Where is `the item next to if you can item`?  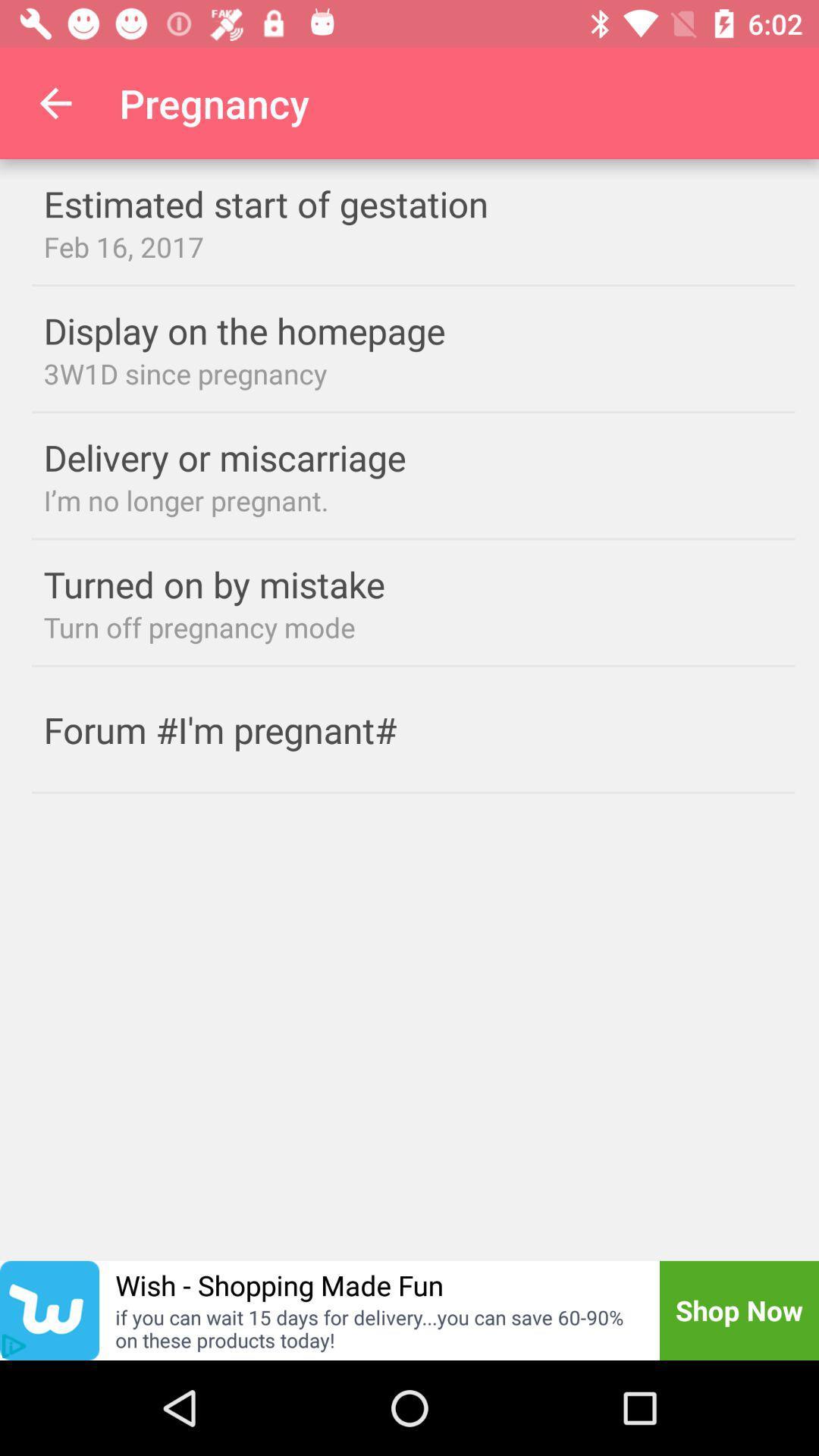
the item next to if you can item is located at coordinates (14, 1346).